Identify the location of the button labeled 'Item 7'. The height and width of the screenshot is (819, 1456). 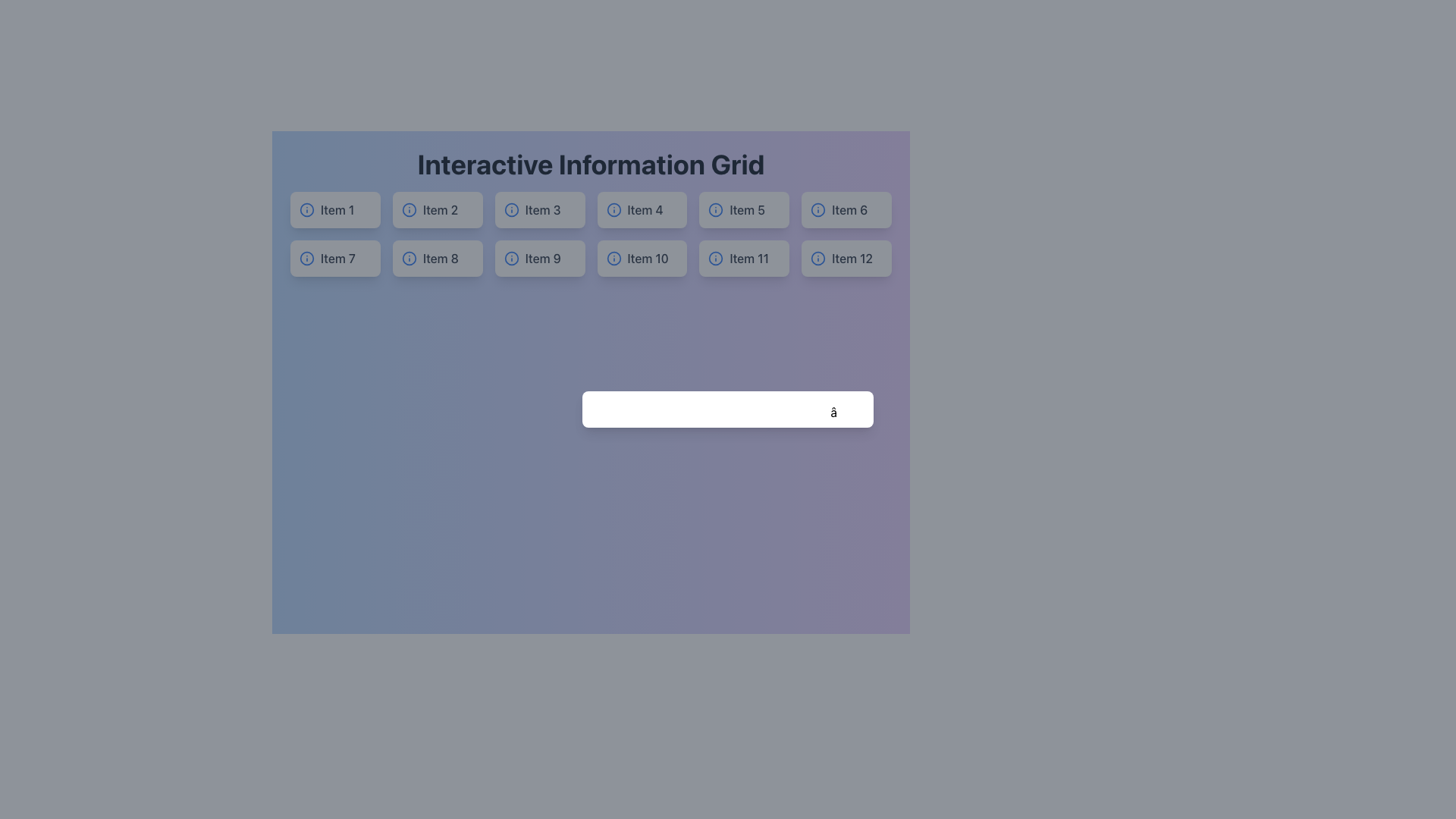
(334, 257).